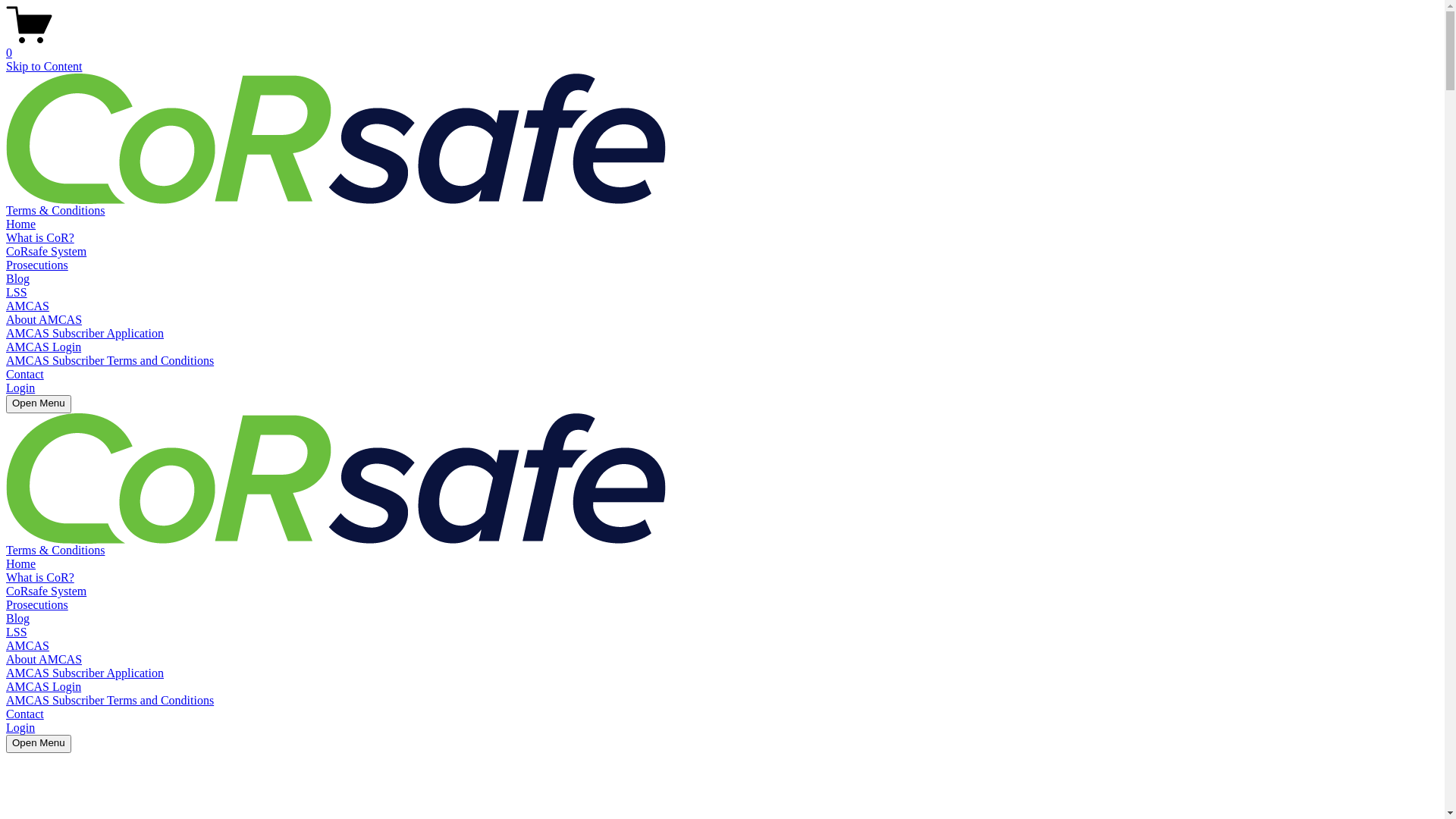 This screenshot has height=819, width=1456. What do you see at coordinates (46, 250) in the screenshot?
I see `'CoRsafe System'` at bounding box center [46, 250].